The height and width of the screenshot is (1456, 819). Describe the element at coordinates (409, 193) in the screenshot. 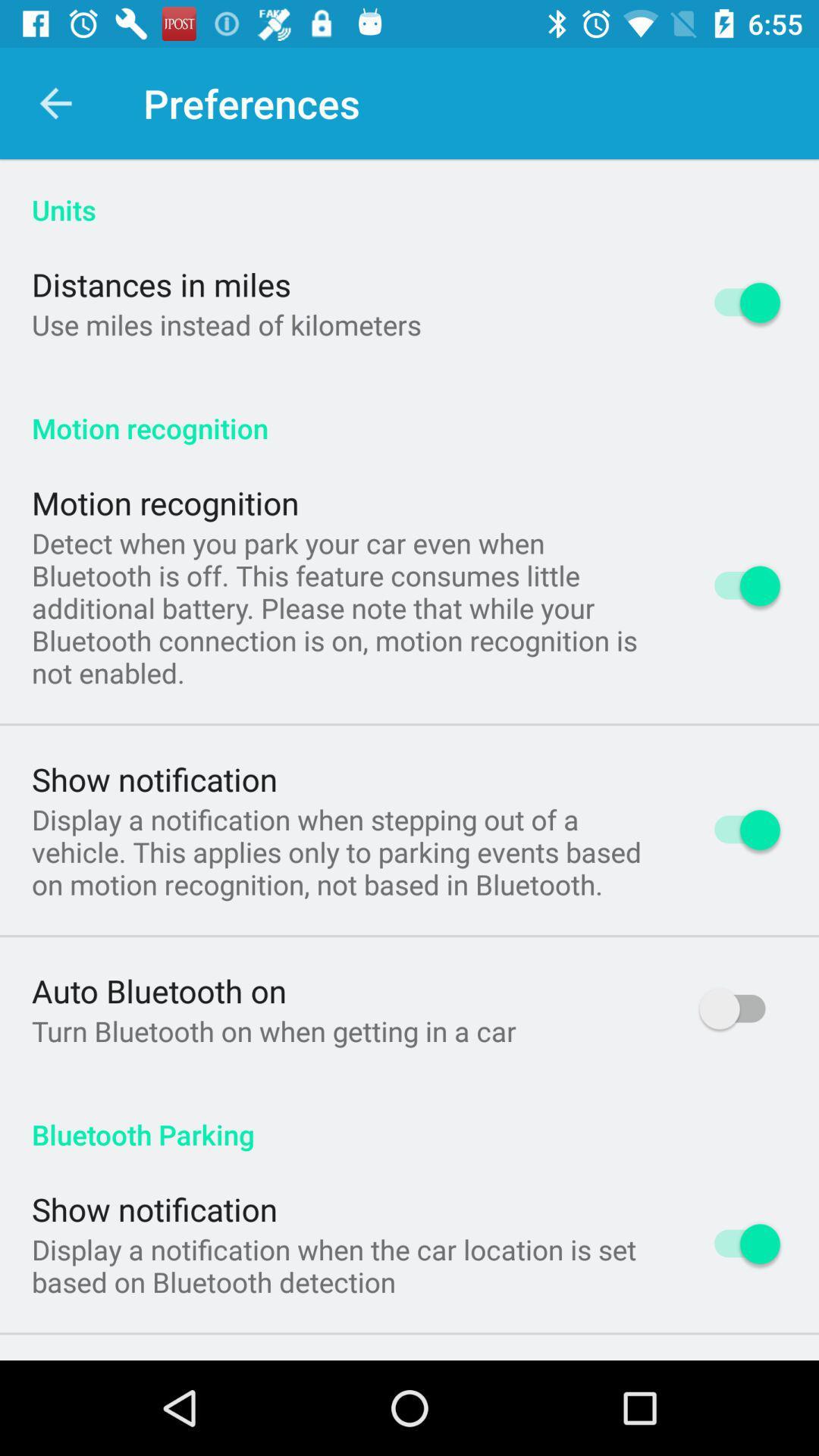

I see `the units item` at that location.